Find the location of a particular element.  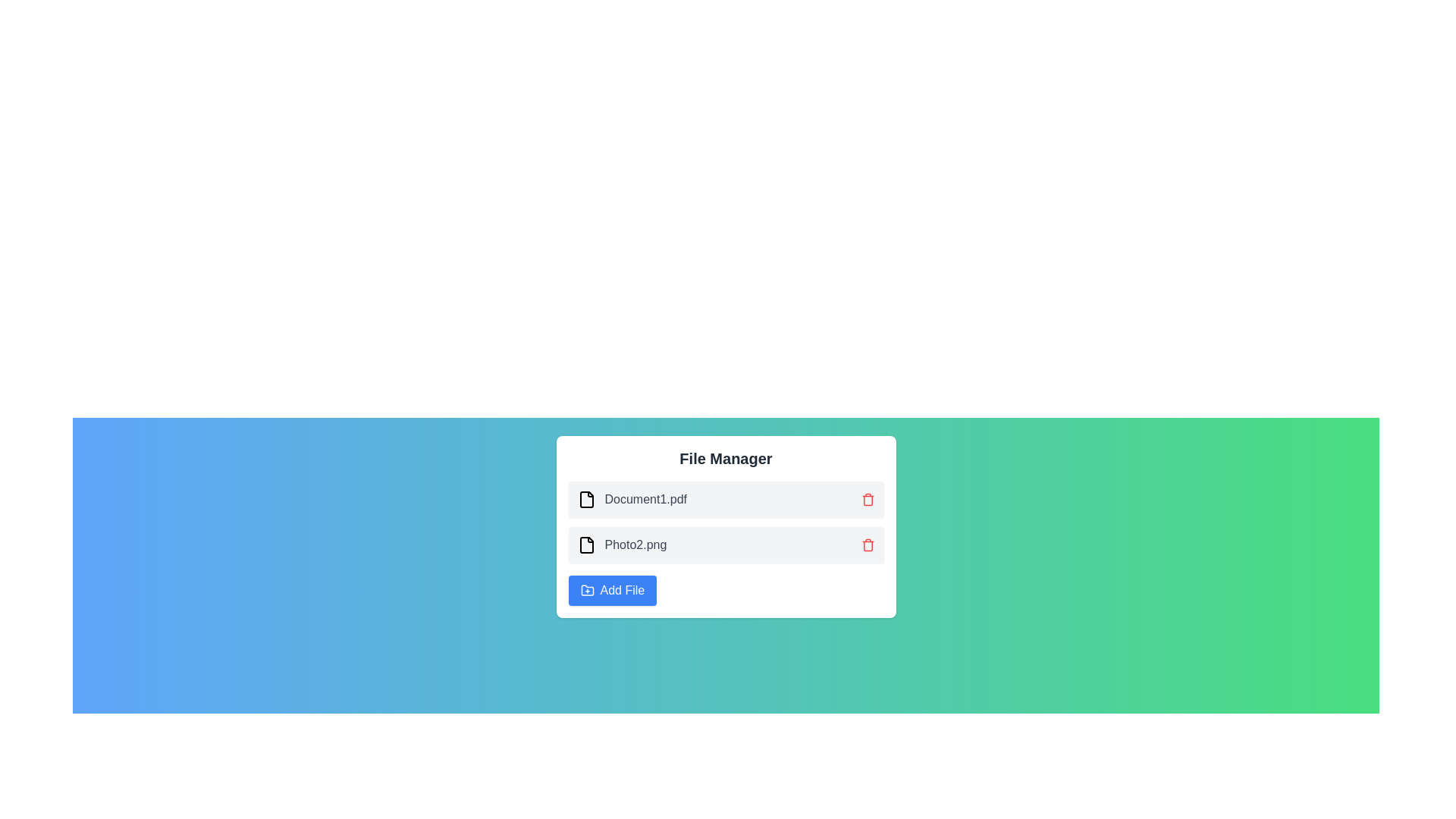

the first file entry in the file list under the 'File Manager' heading, which is identified by its position above 'Photo2.png' is located at coordinates (632, 500).